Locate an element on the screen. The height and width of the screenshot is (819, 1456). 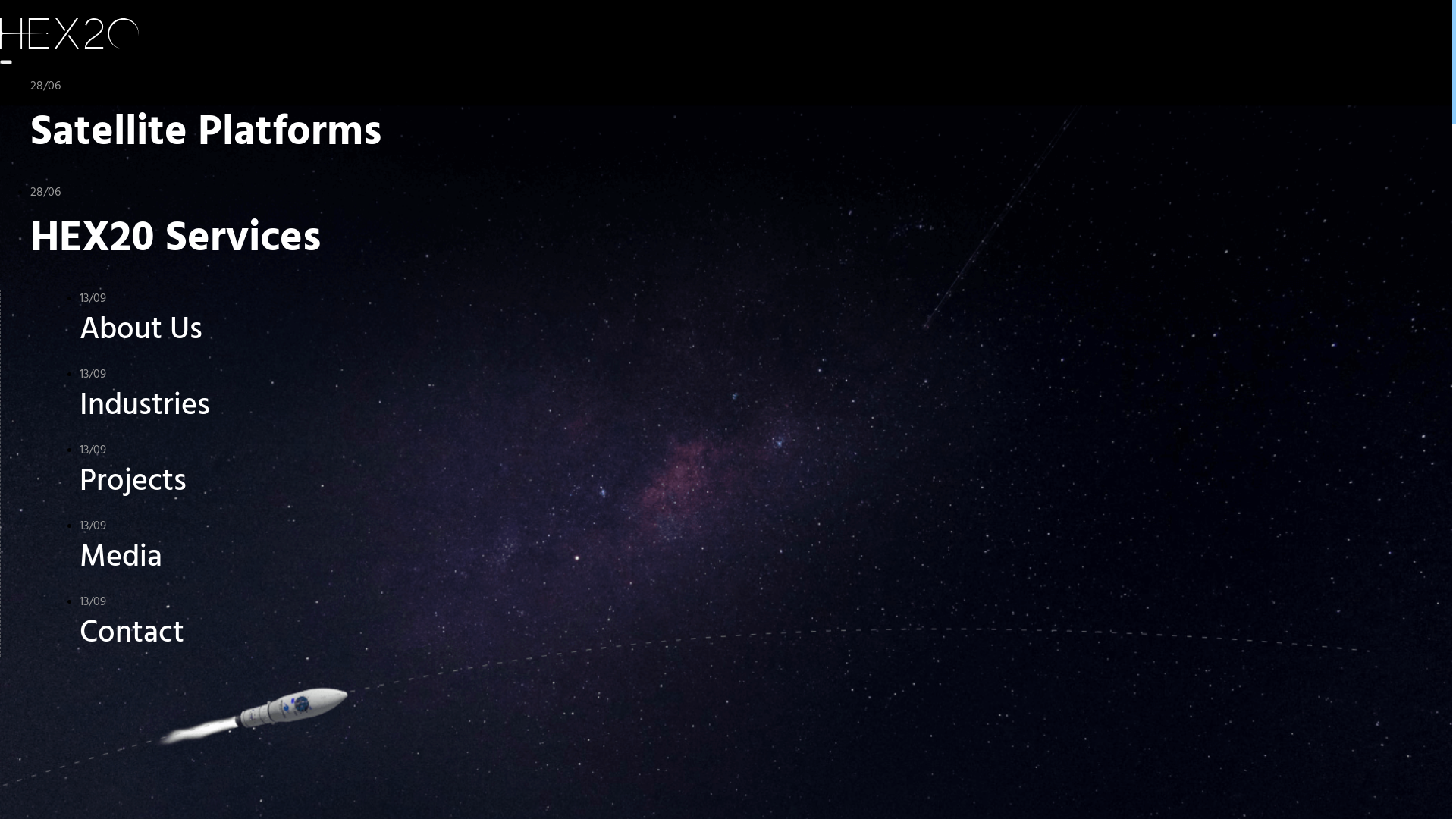
'13/09 is located at coordinates (79, 626).